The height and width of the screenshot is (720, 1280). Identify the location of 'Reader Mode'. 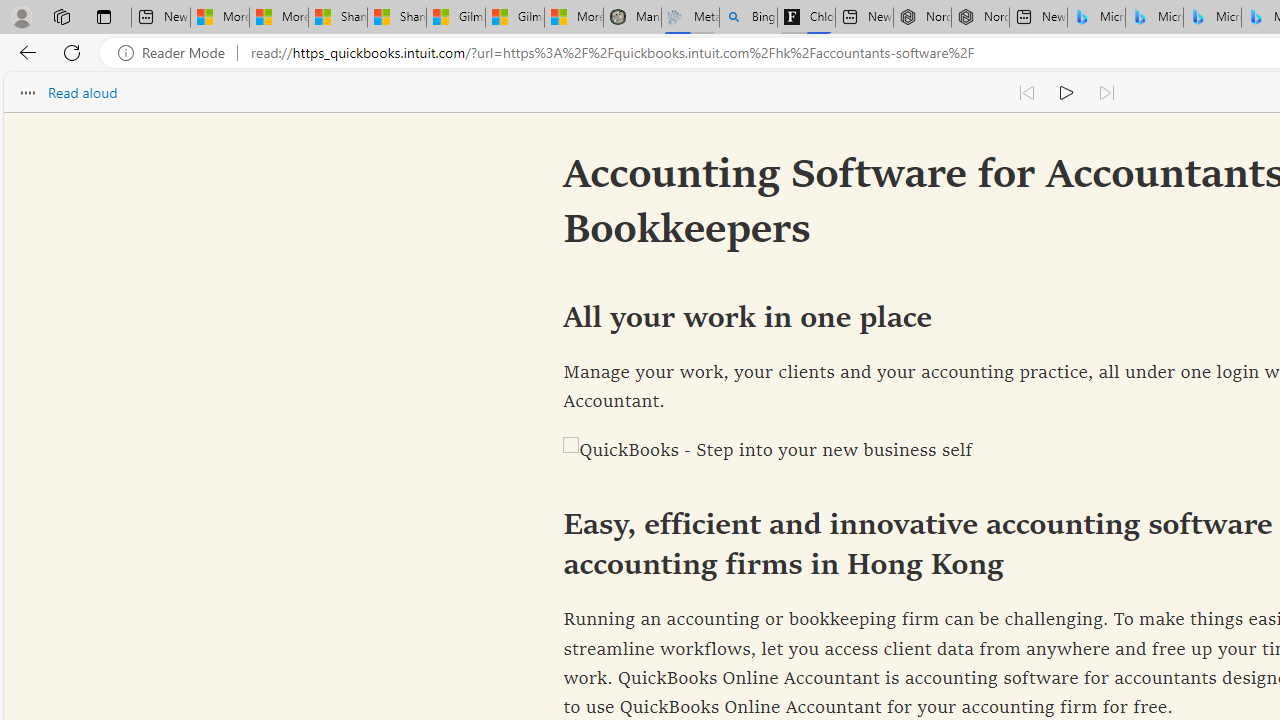
(177, 52).